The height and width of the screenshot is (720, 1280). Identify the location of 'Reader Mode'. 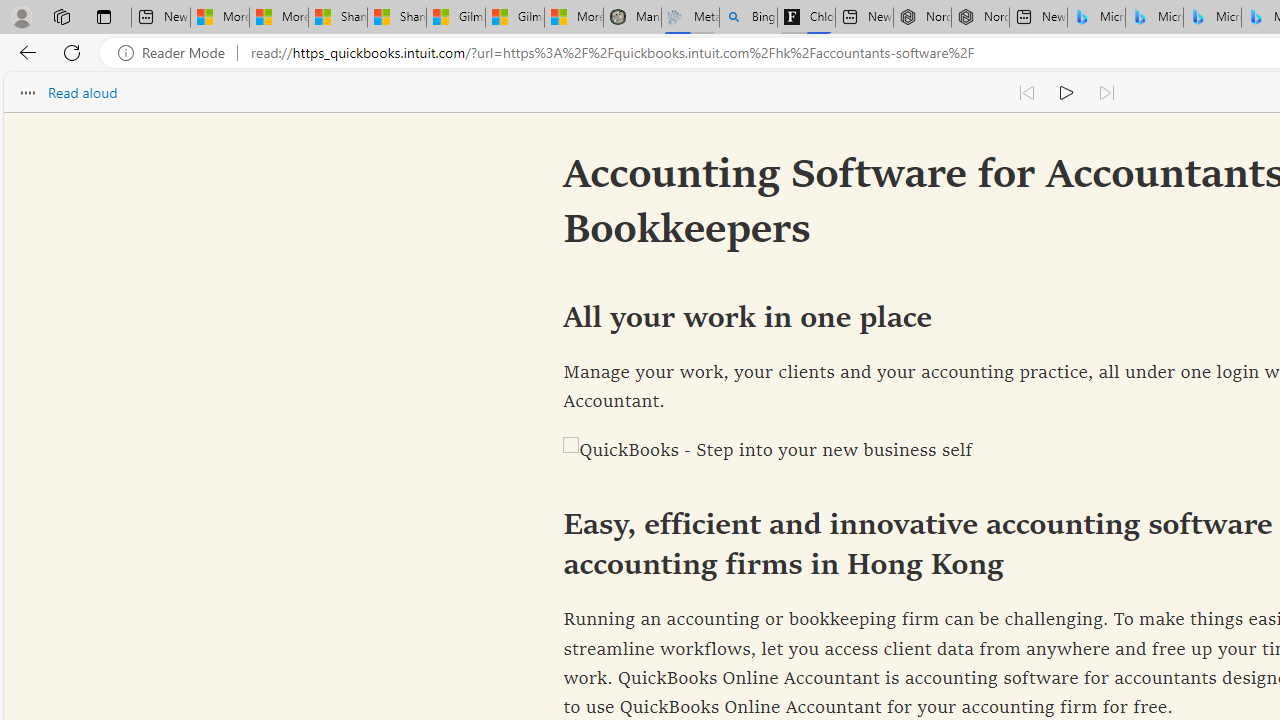
(177, 52).